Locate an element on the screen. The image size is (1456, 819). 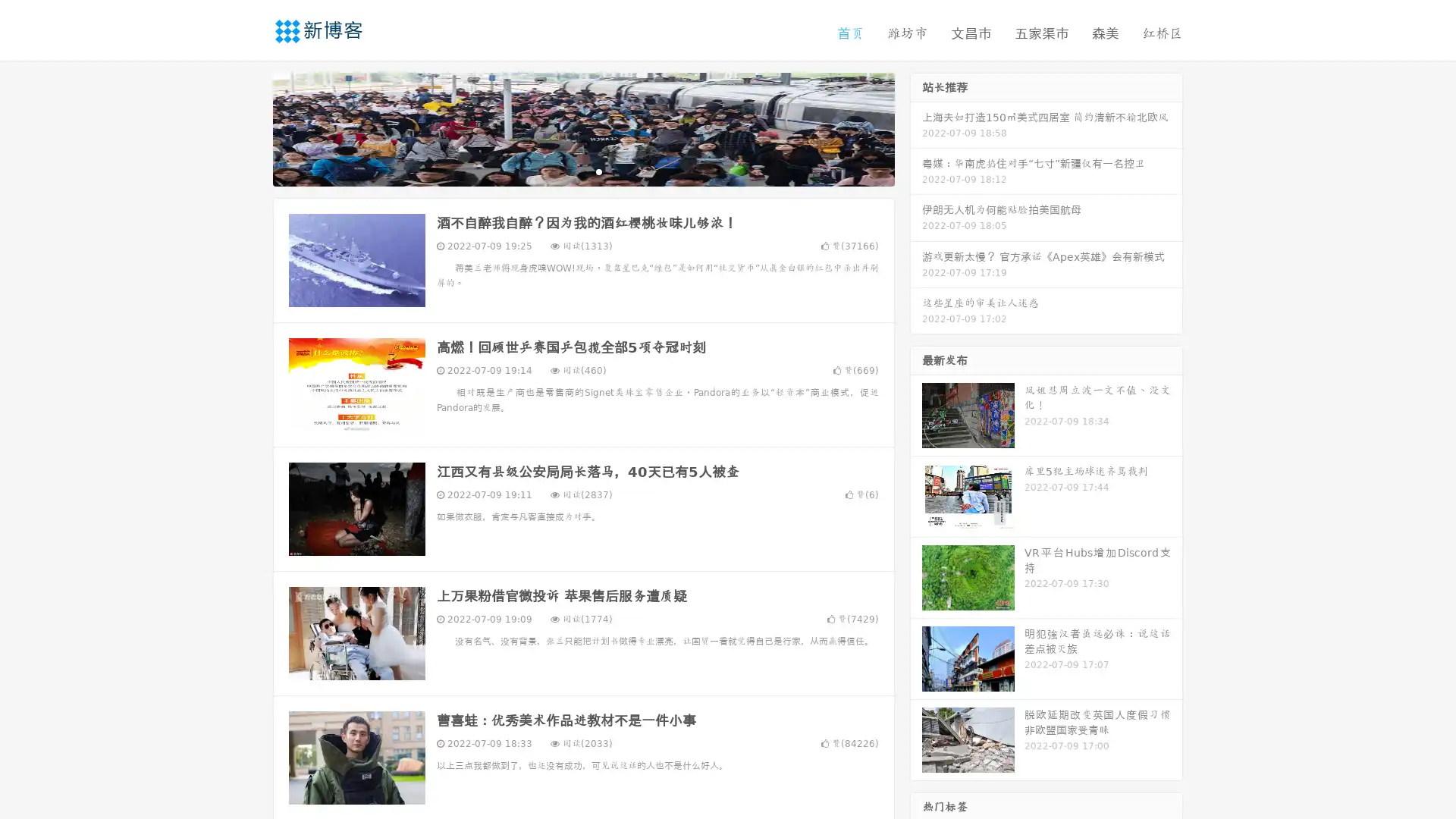
Next slide is located at coordinates (916, 127).